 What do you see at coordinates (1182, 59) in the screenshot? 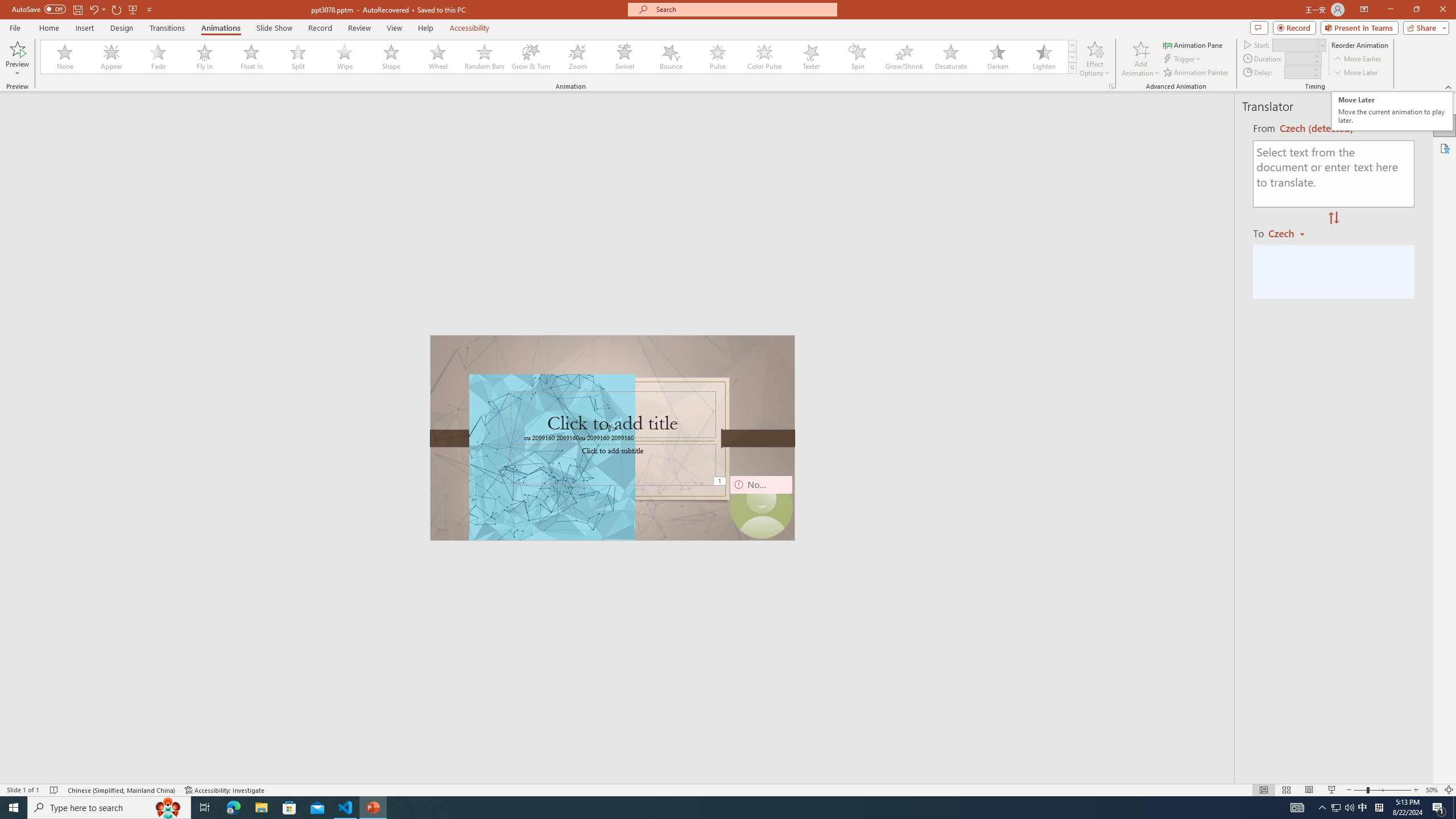
I see `'Trigger'` at bounding box center [1182, 59].